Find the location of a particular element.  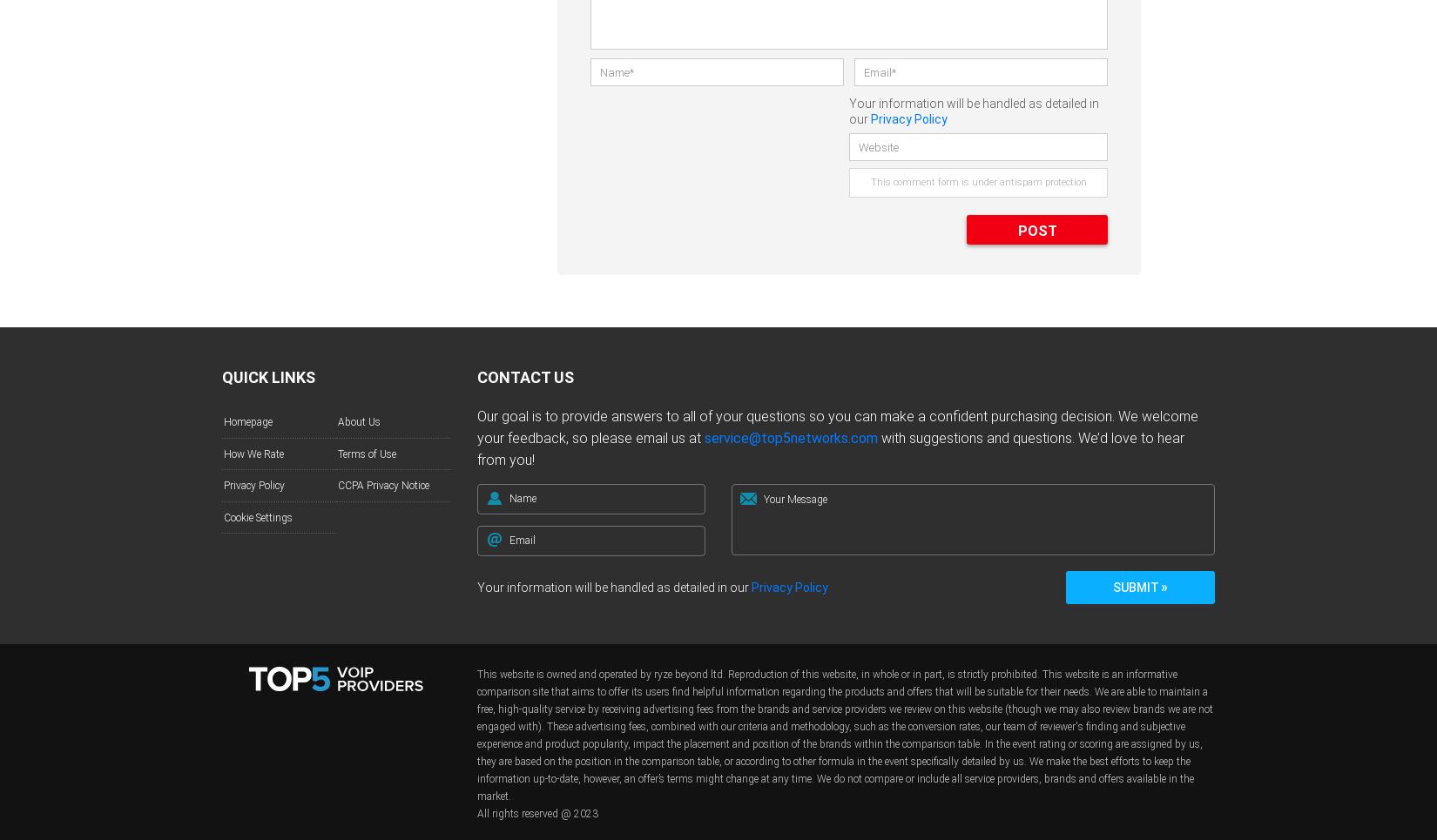

'Our goal is to provide answers to all of your questions so you can make a confident purchasing
                        decision. We welcome your feedback, so please email us at' is located at coordinates (475, 427).